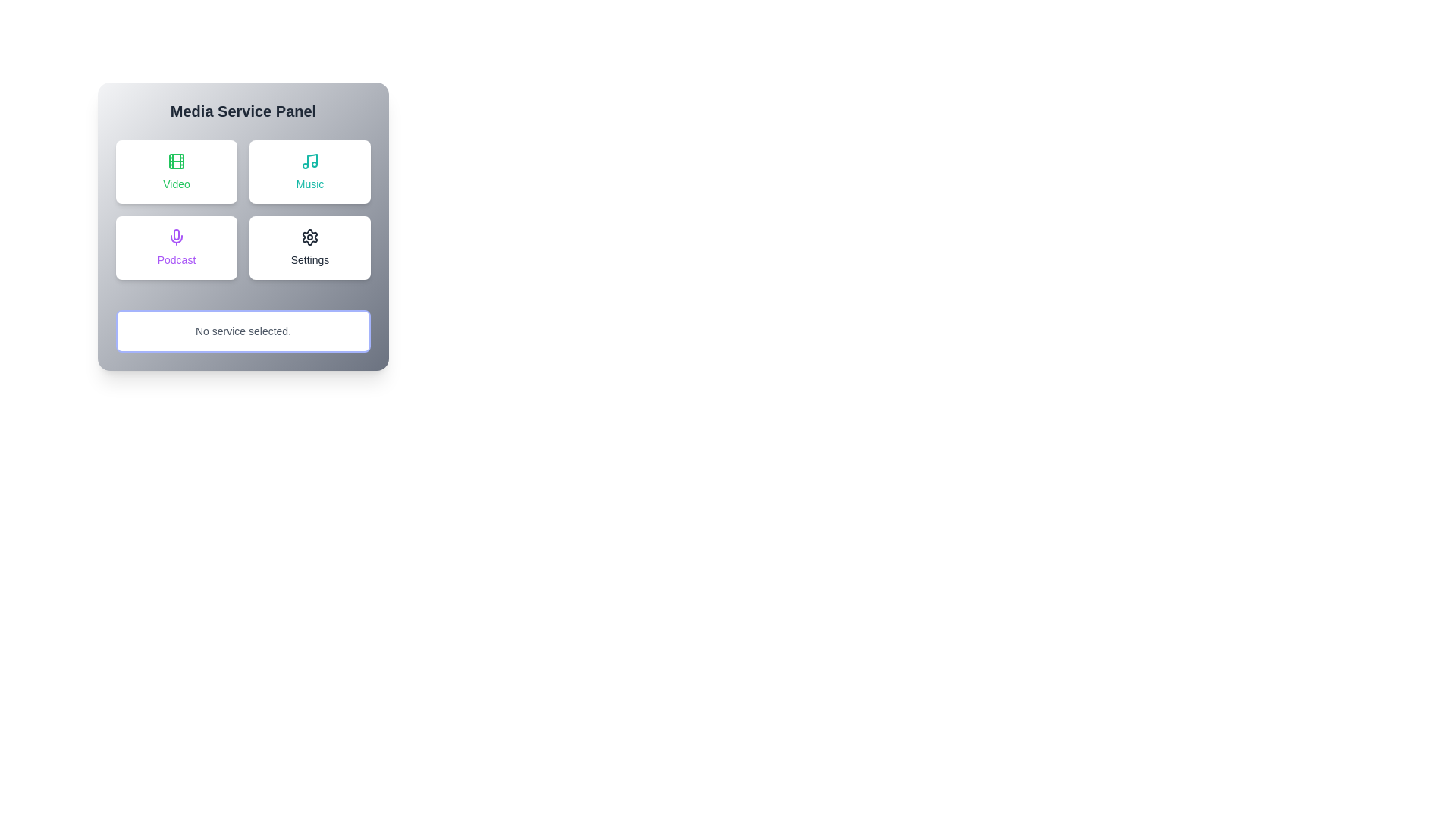  I want to click on the circular gear icon associated with settings in the 'Media Service Panel', so click(309, 237).